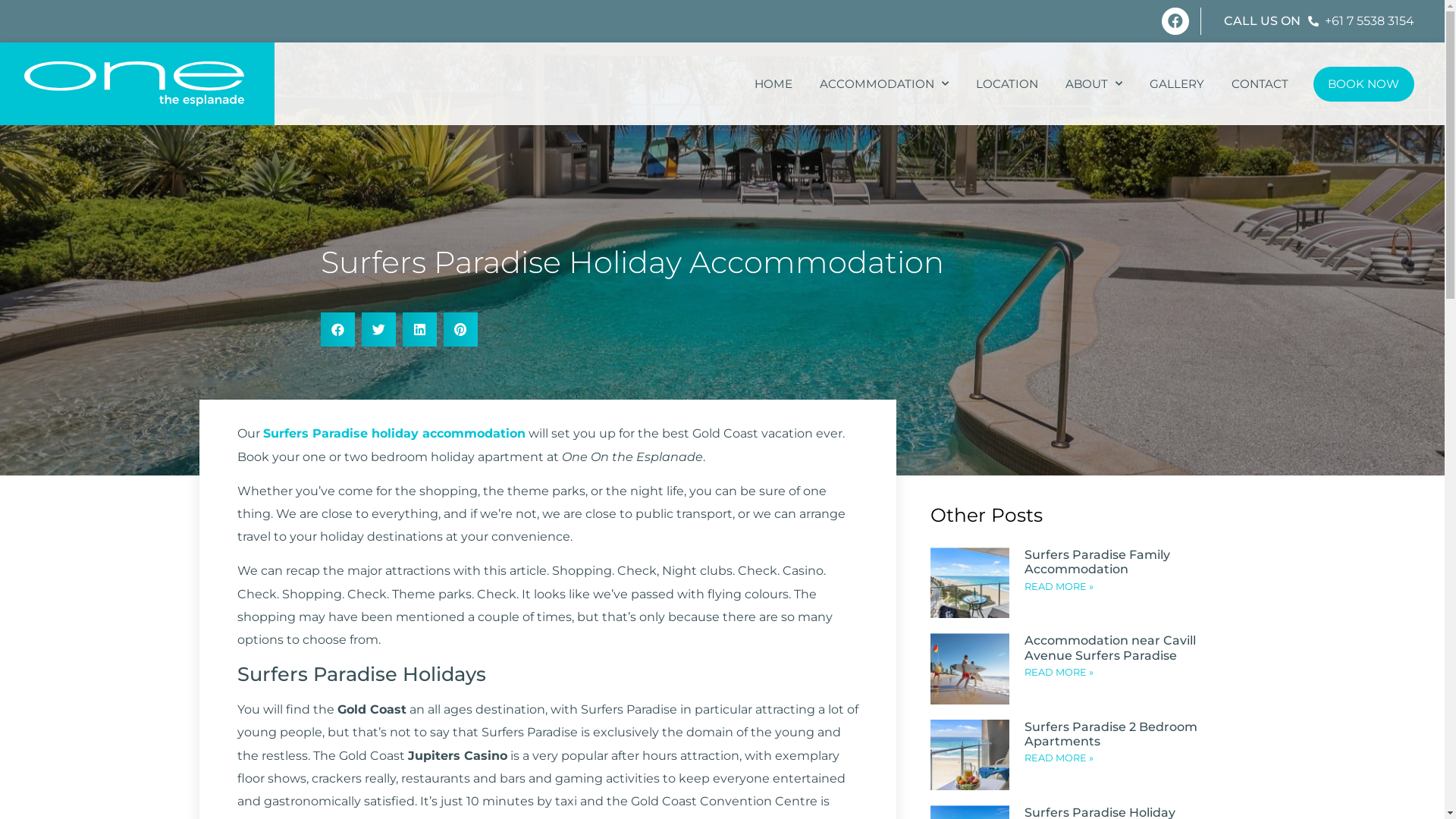 The width and height of the screenshot is (1456, 819). What do you see at coordinates (1260, 84) in the screenshot?
I see `'CONTACT'` at bounding box center [1260, 84].